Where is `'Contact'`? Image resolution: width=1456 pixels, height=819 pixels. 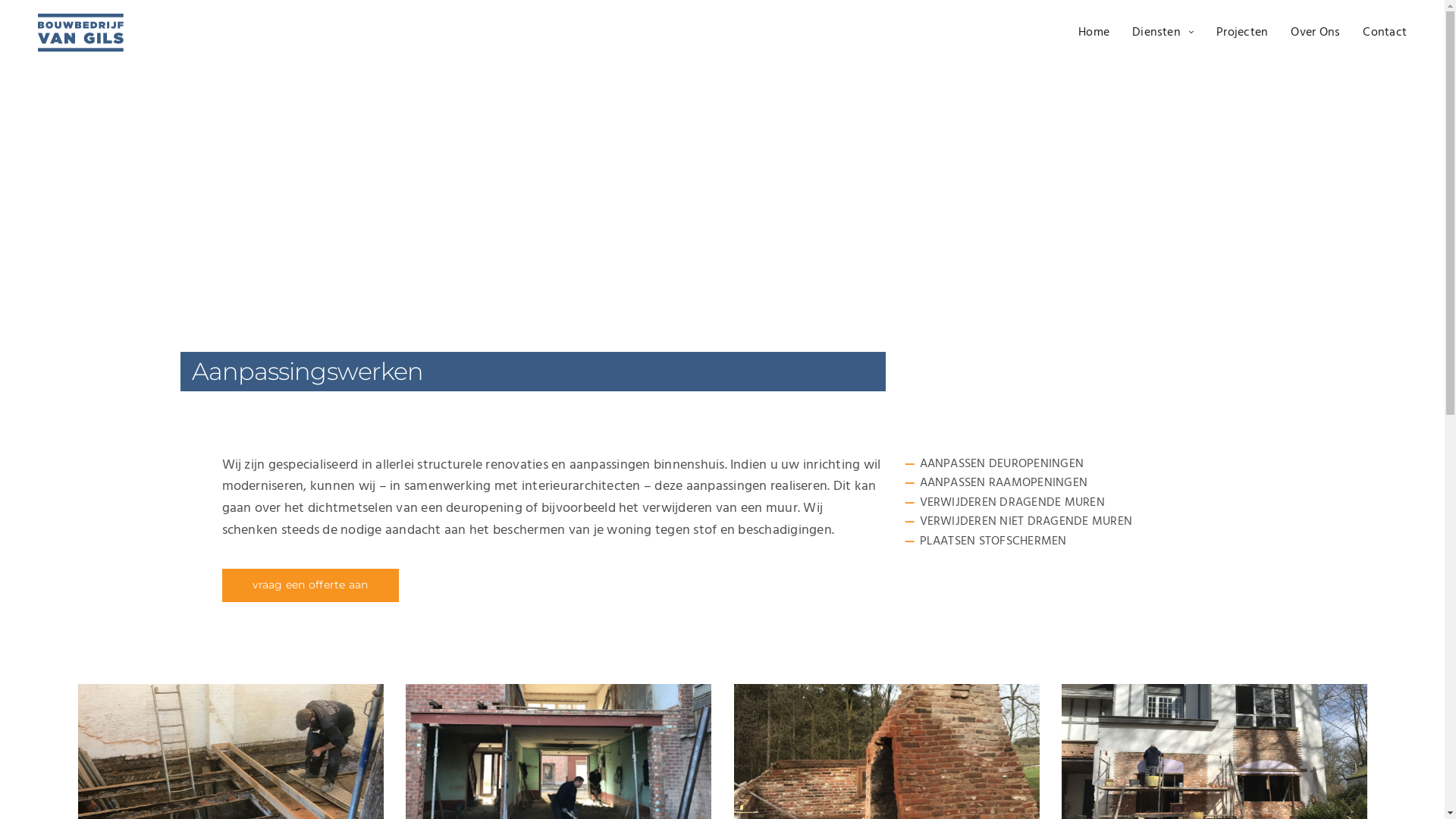 'Contact' is located at coordinates (1384, 32).